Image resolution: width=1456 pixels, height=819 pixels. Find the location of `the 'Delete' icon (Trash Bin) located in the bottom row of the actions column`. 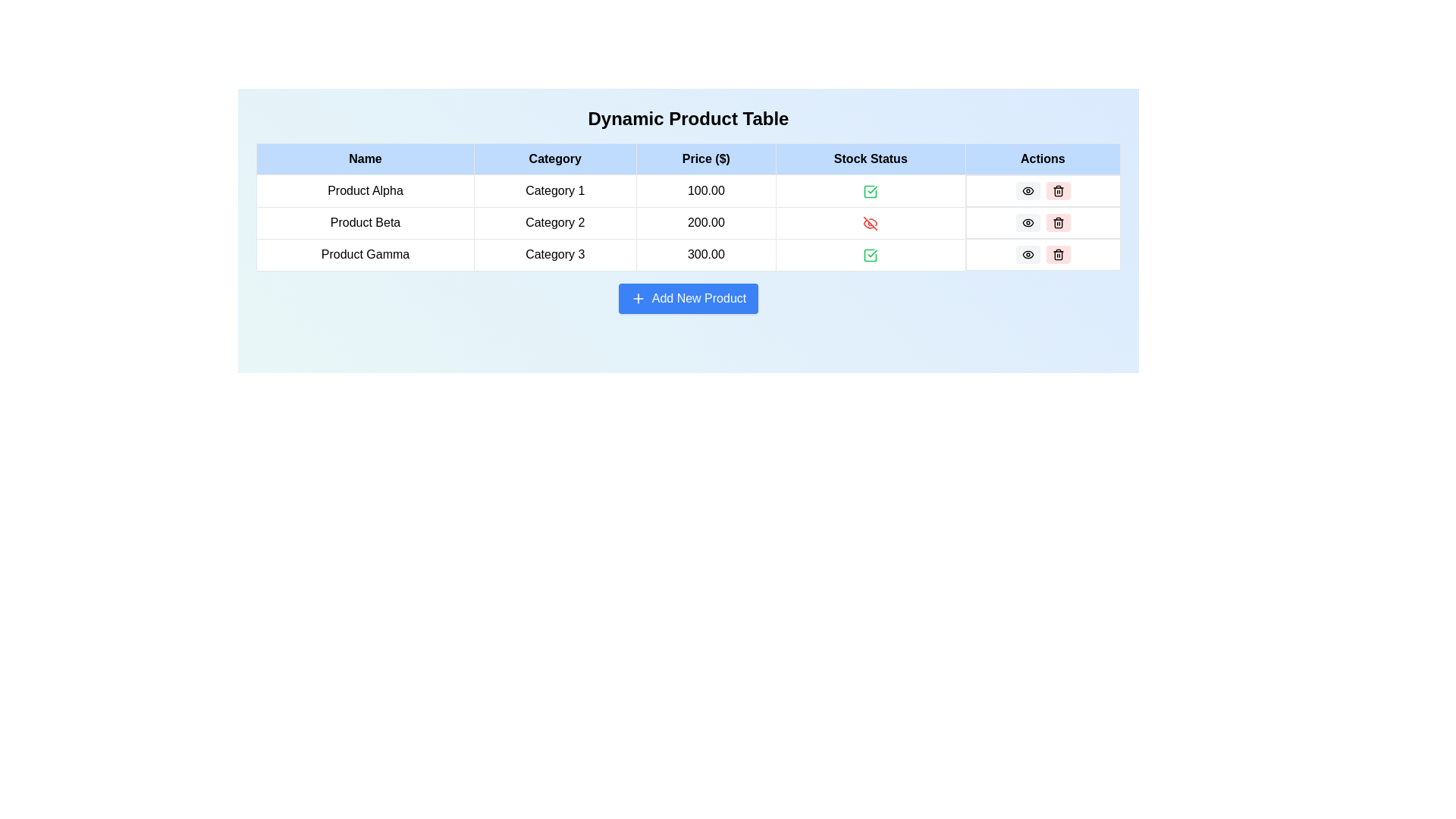

the 'Delete' icon (Trash Bin) located in the bottom row of the actions column is located at coordinates (1057, 253).